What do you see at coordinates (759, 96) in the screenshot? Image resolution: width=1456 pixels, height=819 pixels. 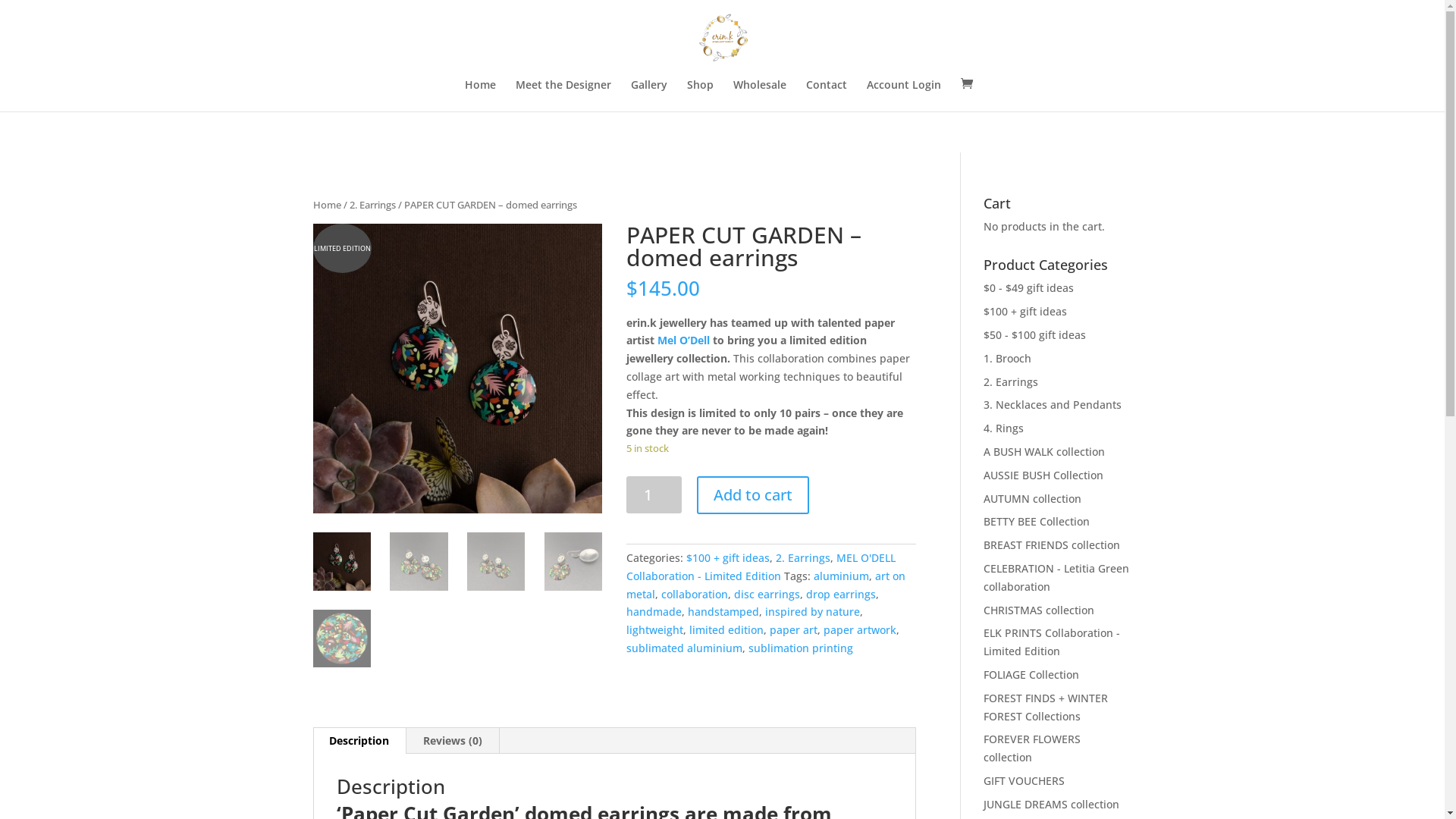 I see `'Wholesale'` at bounding box center [759, 96].